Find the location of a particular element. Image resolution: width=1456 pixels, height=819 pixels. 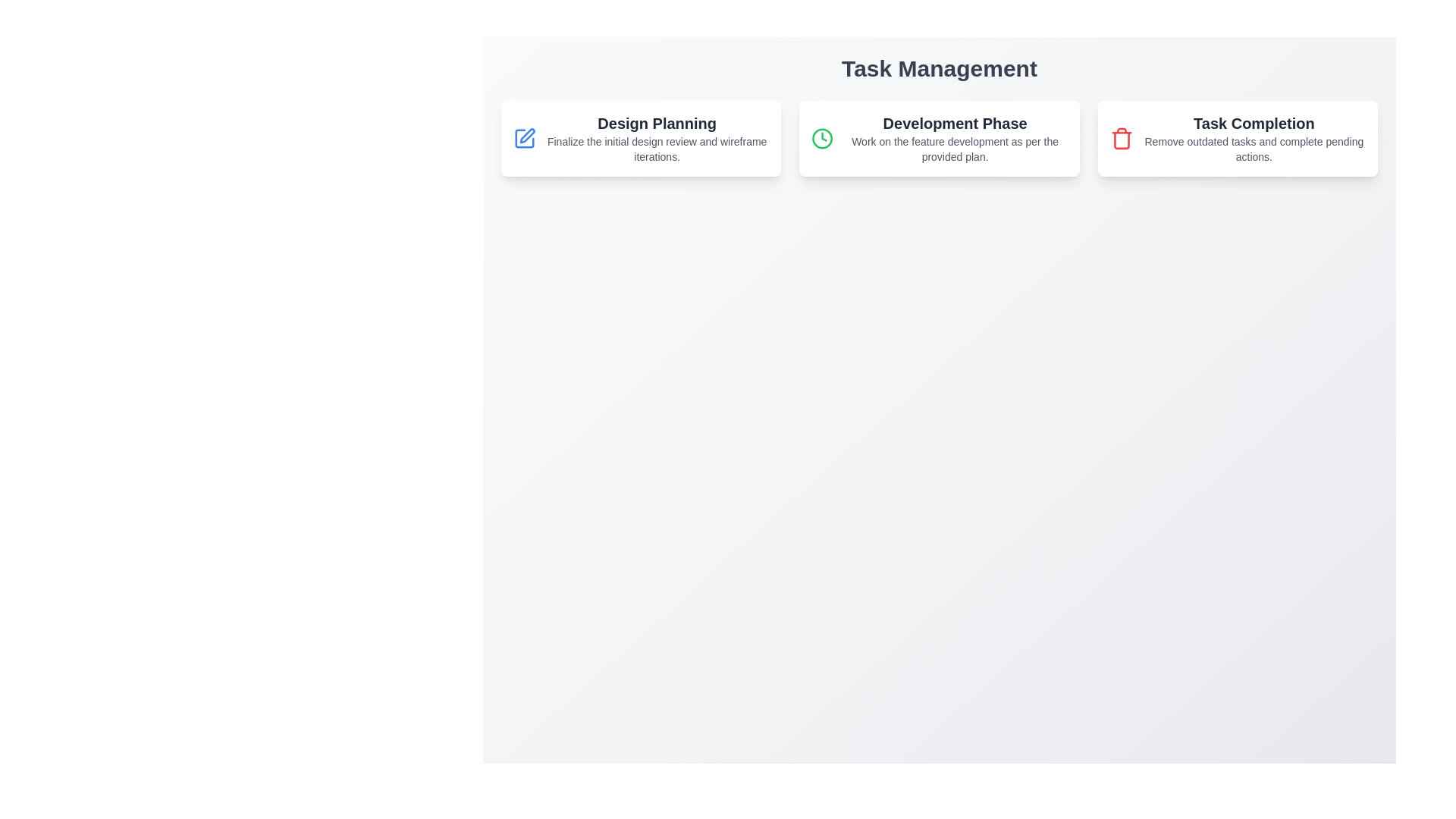

the large, bold text header displaying 'Task Management', which is positioned at the top center of the interface is located at coordinates (938, 69).